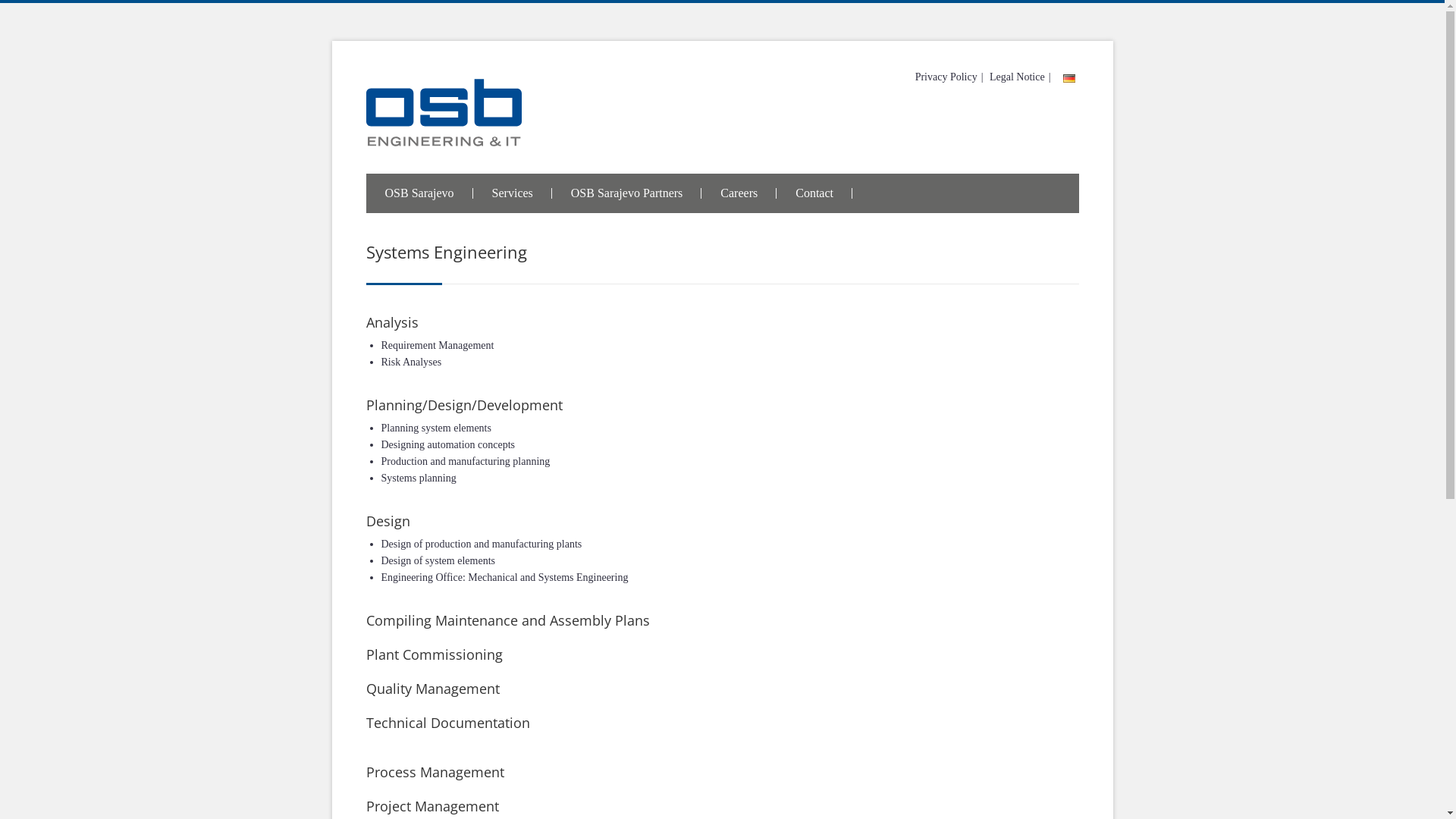  What do you see at coordinates (946, 77) in the screenshot?
I see `'Privacy Policy'` at bounding box center [946, 77].